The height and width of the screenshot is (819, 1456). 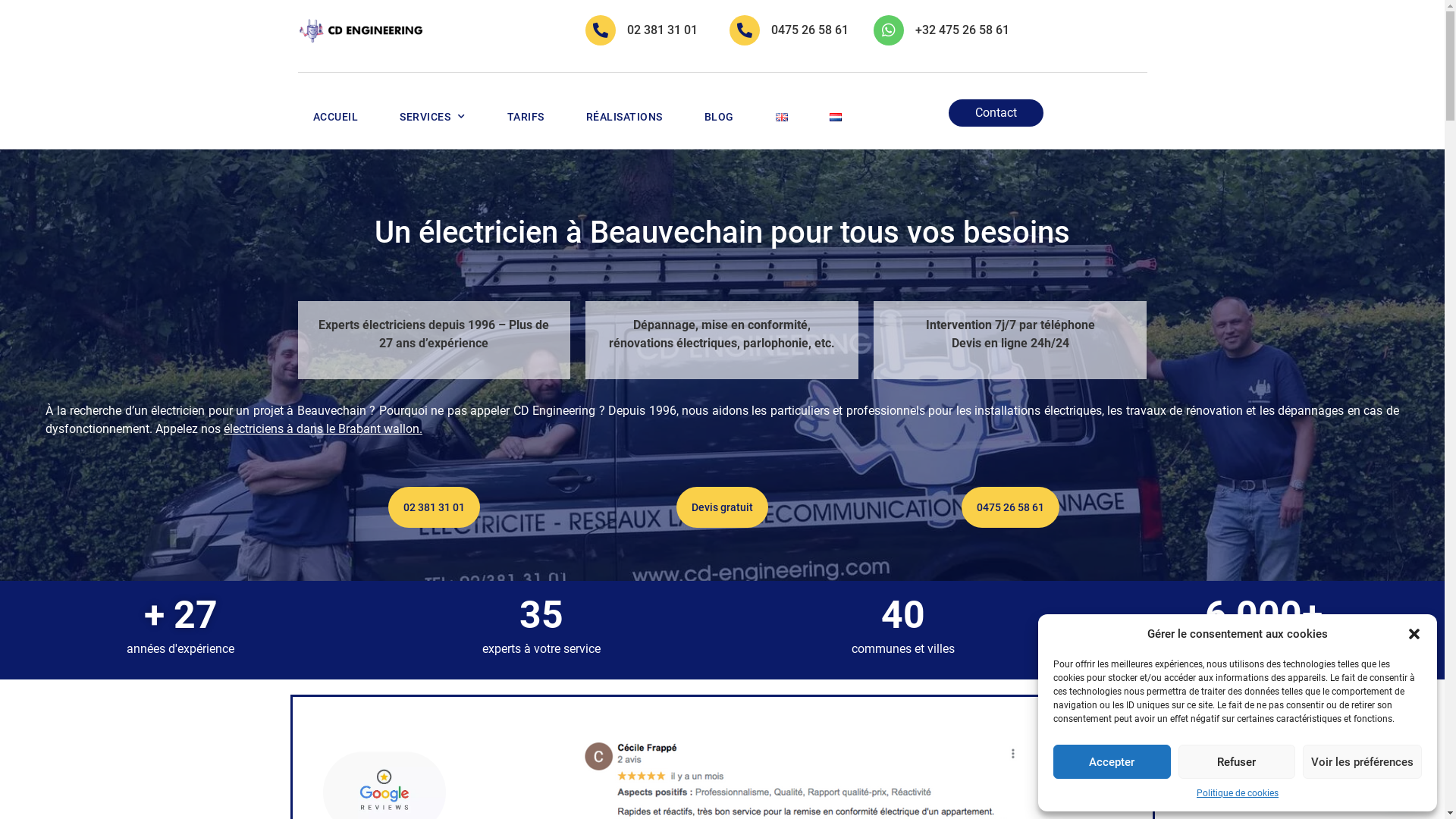 What do you see at coordinates (960, 507) in the screenshot?
I see `'0475 26 58 61'` at bounding box center [960, 507].